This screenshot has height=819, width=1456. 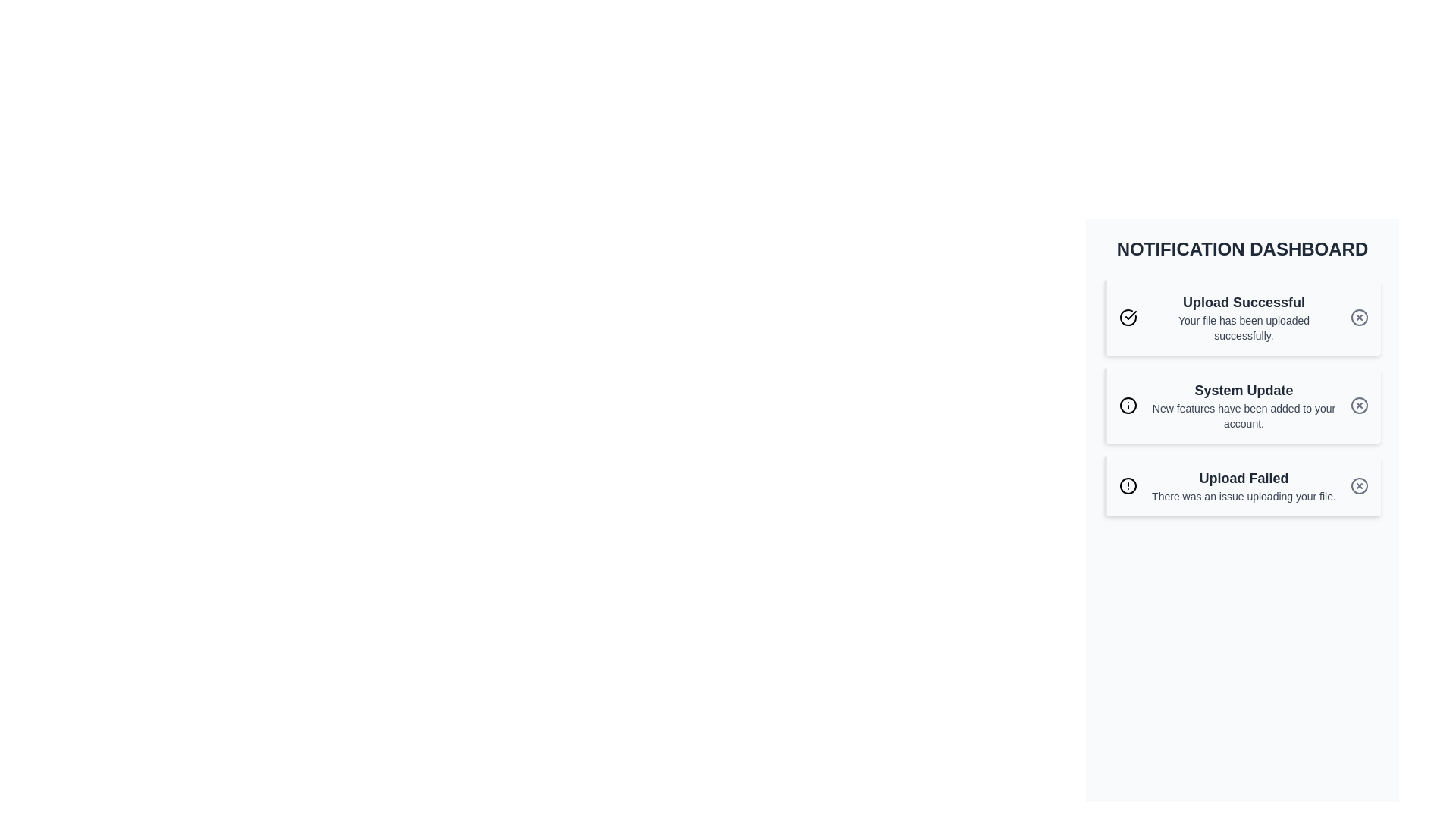 What do you see at coordinates (1360, 405) in the screenshot?
I see `the dismiss button located in the top-right corner of the 'System Update' notification card` at bounding box center [1360, 405].